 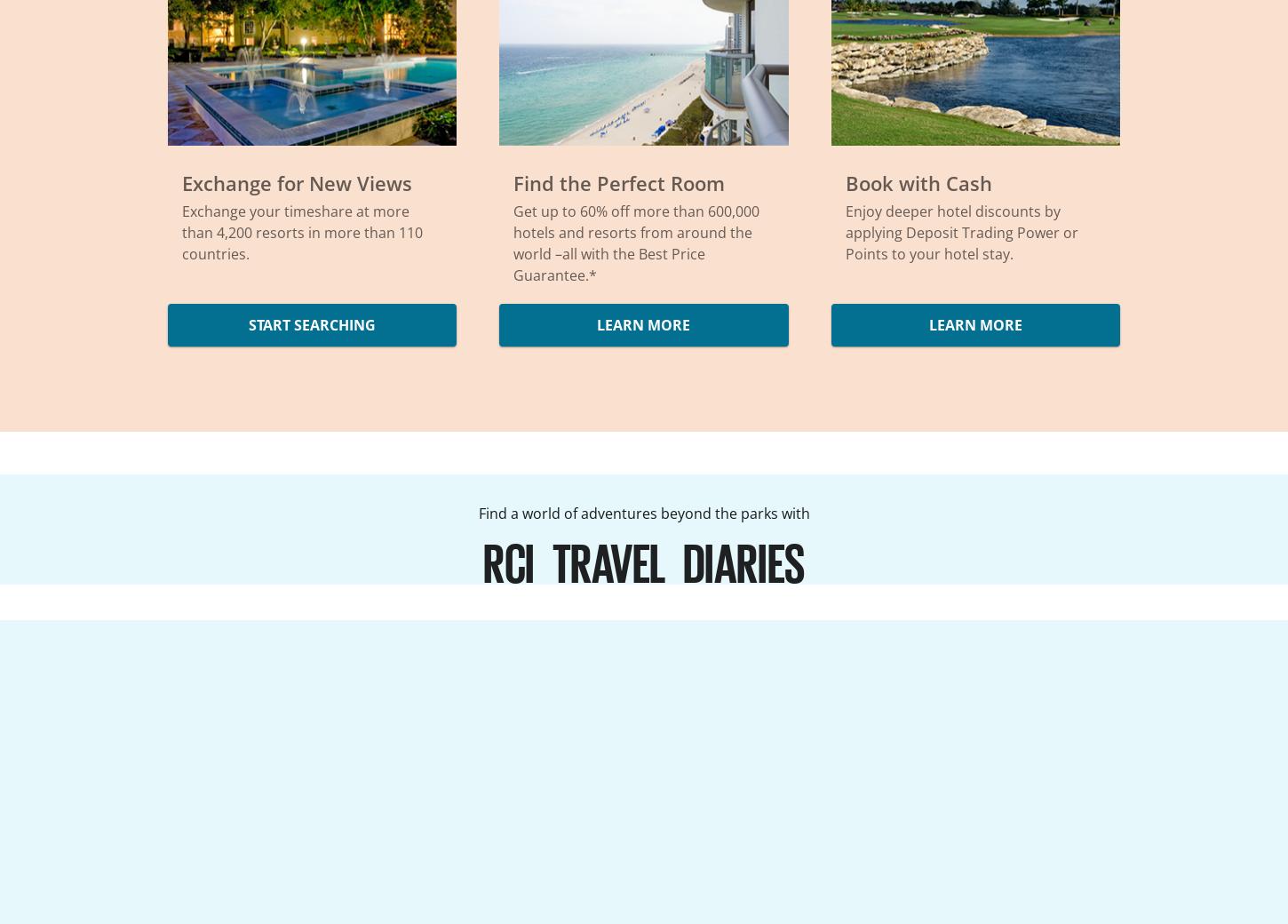 I want to click on 'Book with Cash', so click(x=844, y=183).